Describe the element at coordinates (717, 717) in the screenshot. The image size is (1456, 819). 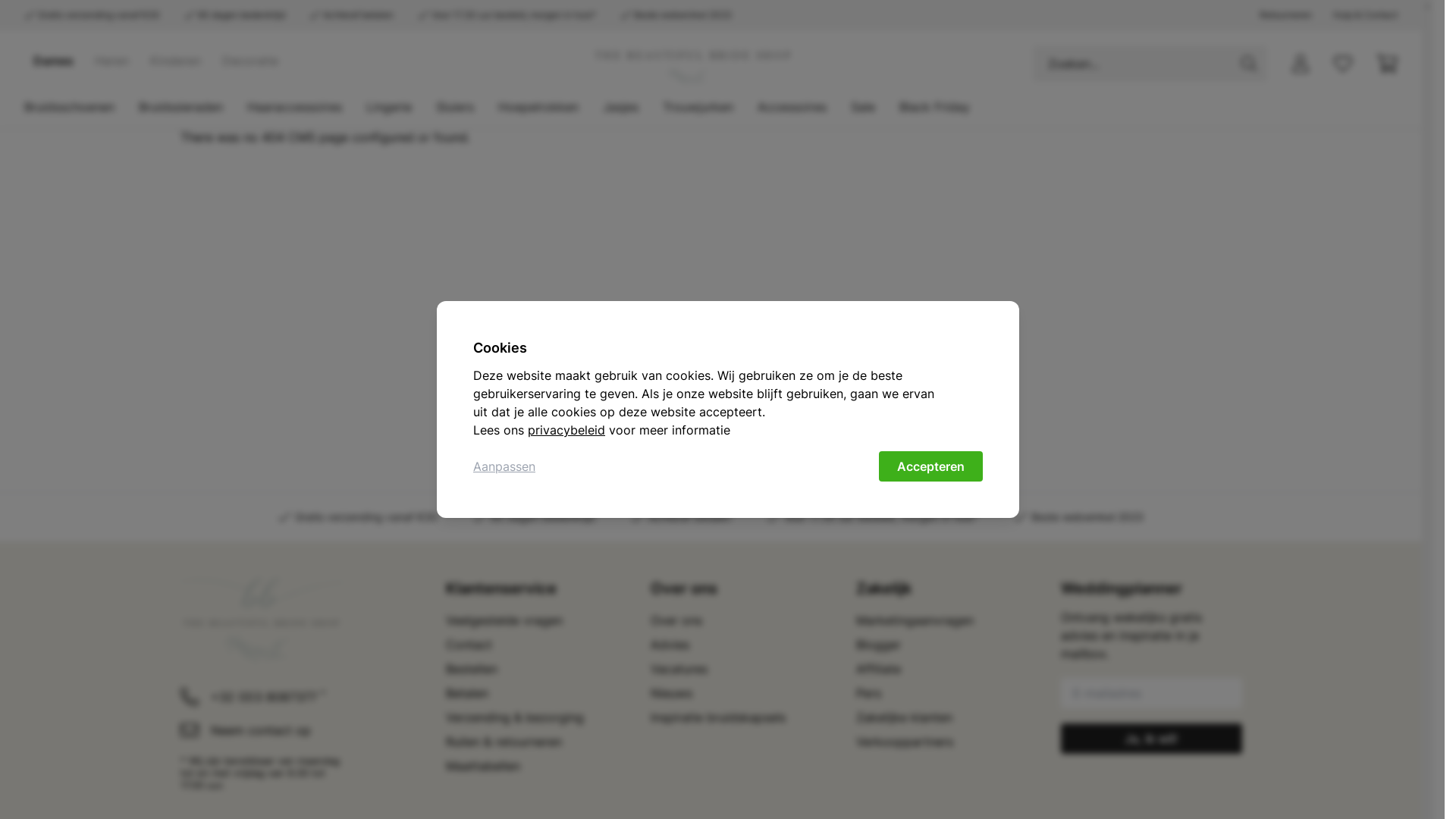
I see `'Inspiratie bruidskapsels'` at that location.